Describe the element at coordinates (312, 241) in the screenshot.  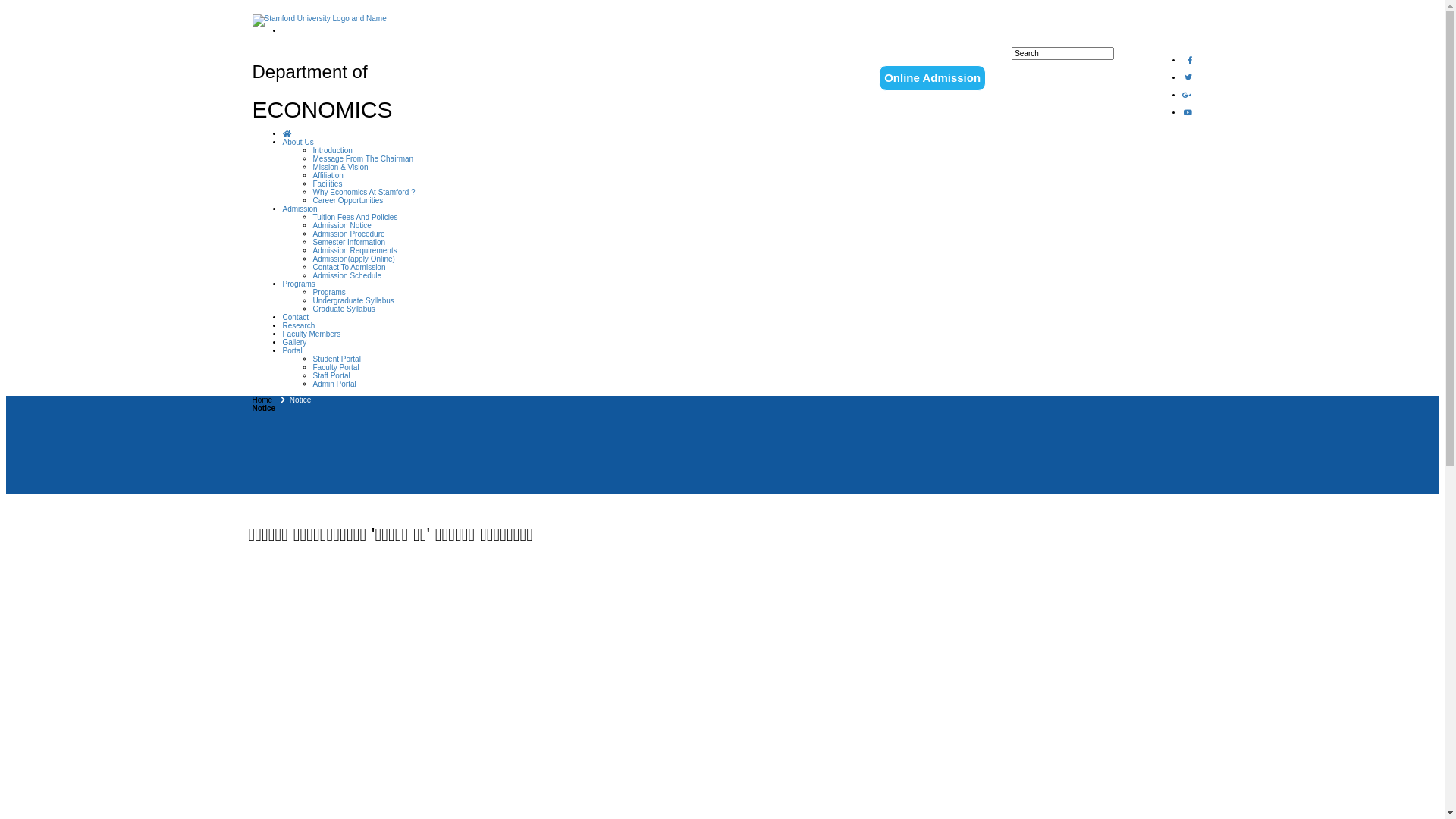
I see `'Semester Information'` at that location.